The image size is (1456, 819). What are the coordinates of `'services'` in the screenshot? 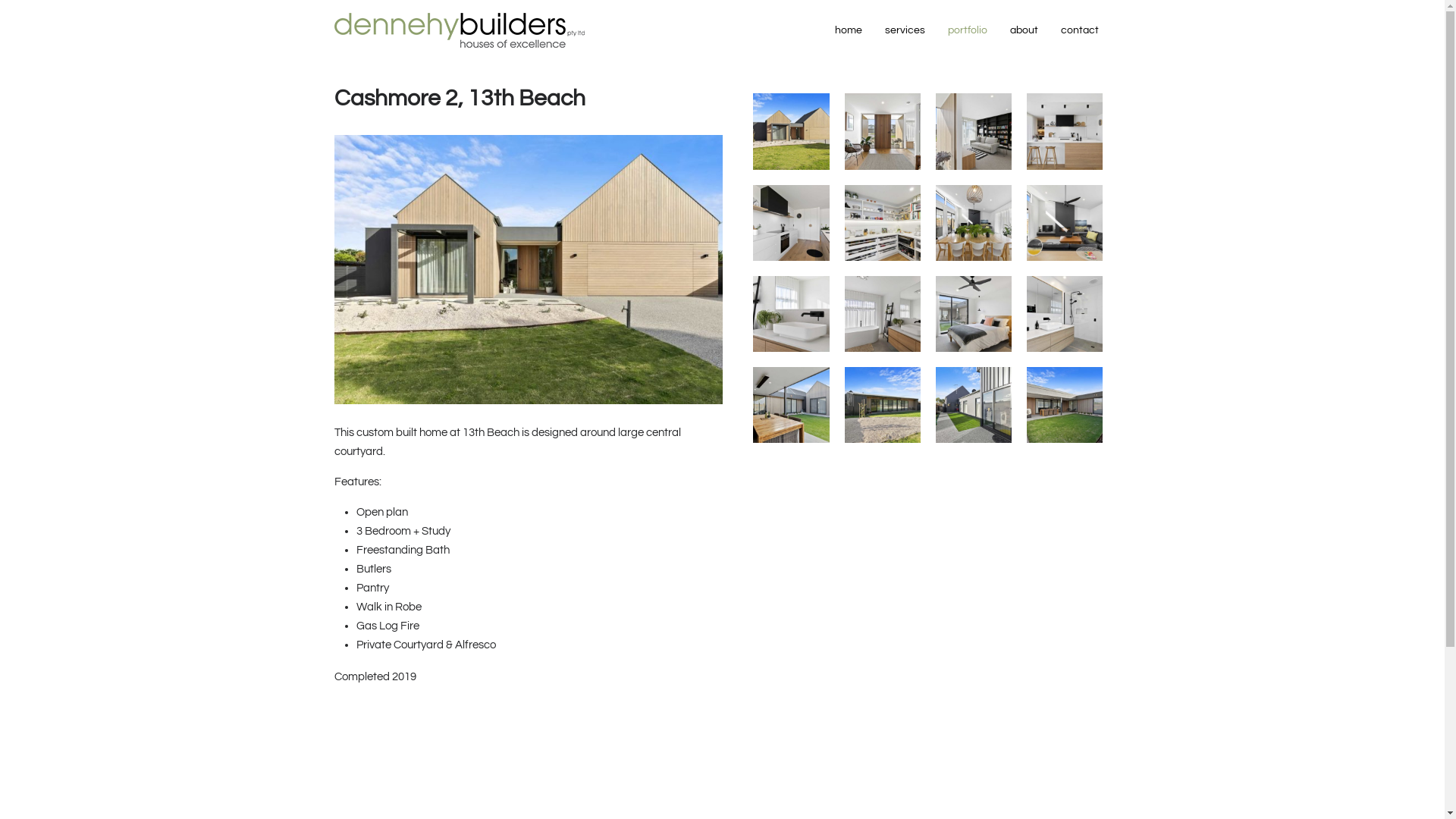 It's located at (905, 30).